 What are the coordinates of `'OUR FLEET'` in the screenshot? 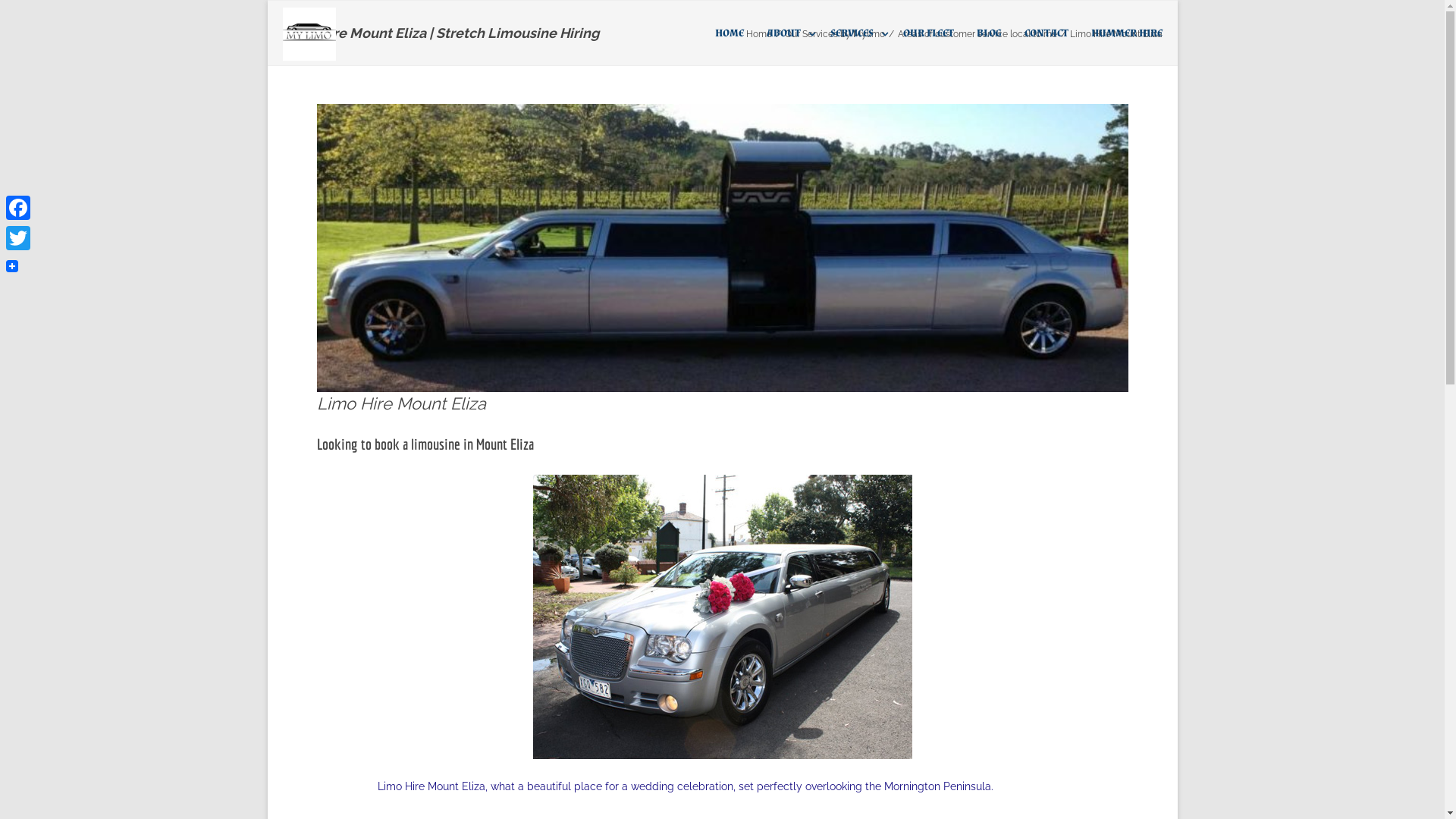 It's located at (927, 33).